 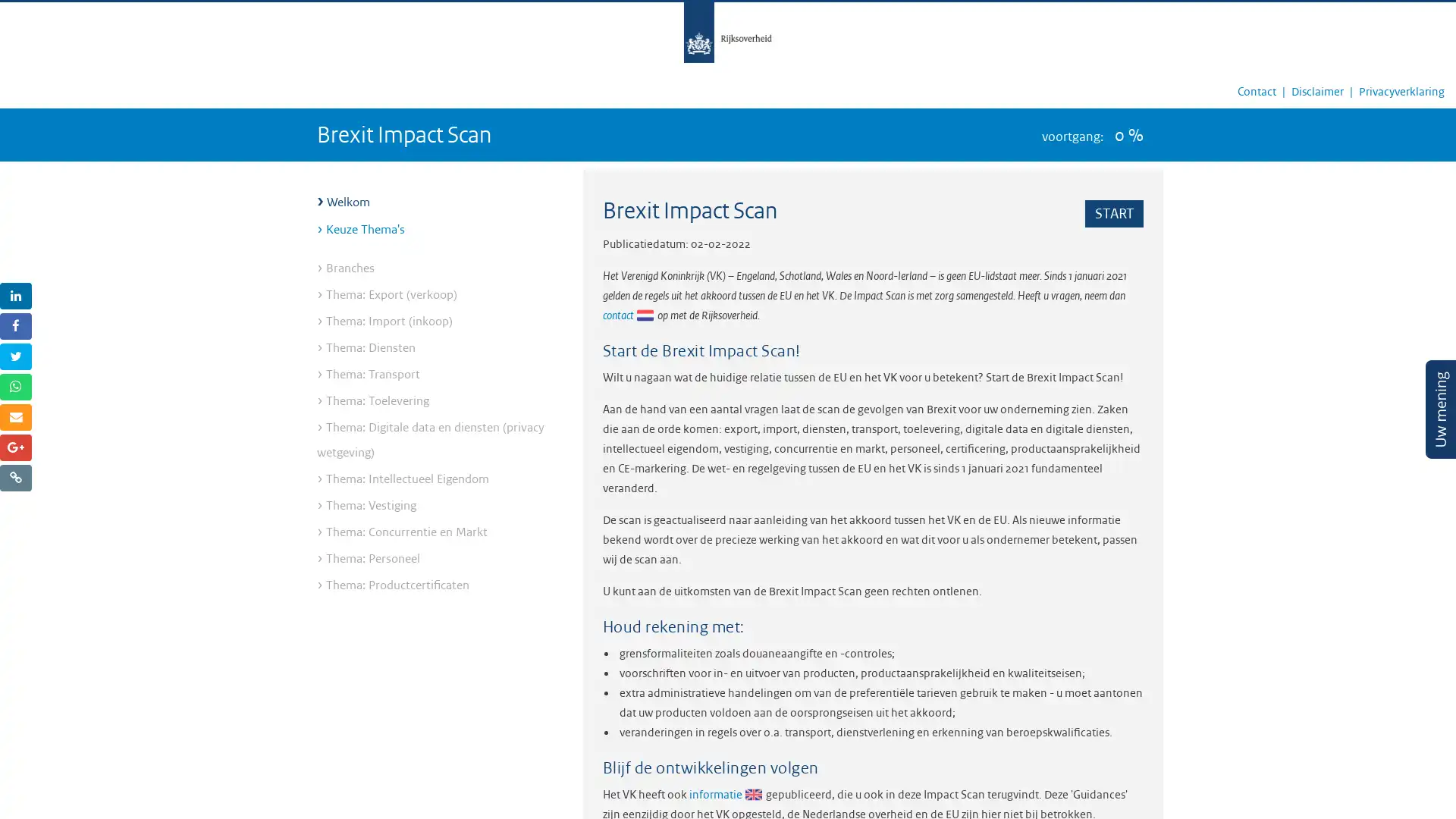 I want to click on Thema: Import (inkoop), so click(x=436, y=320).